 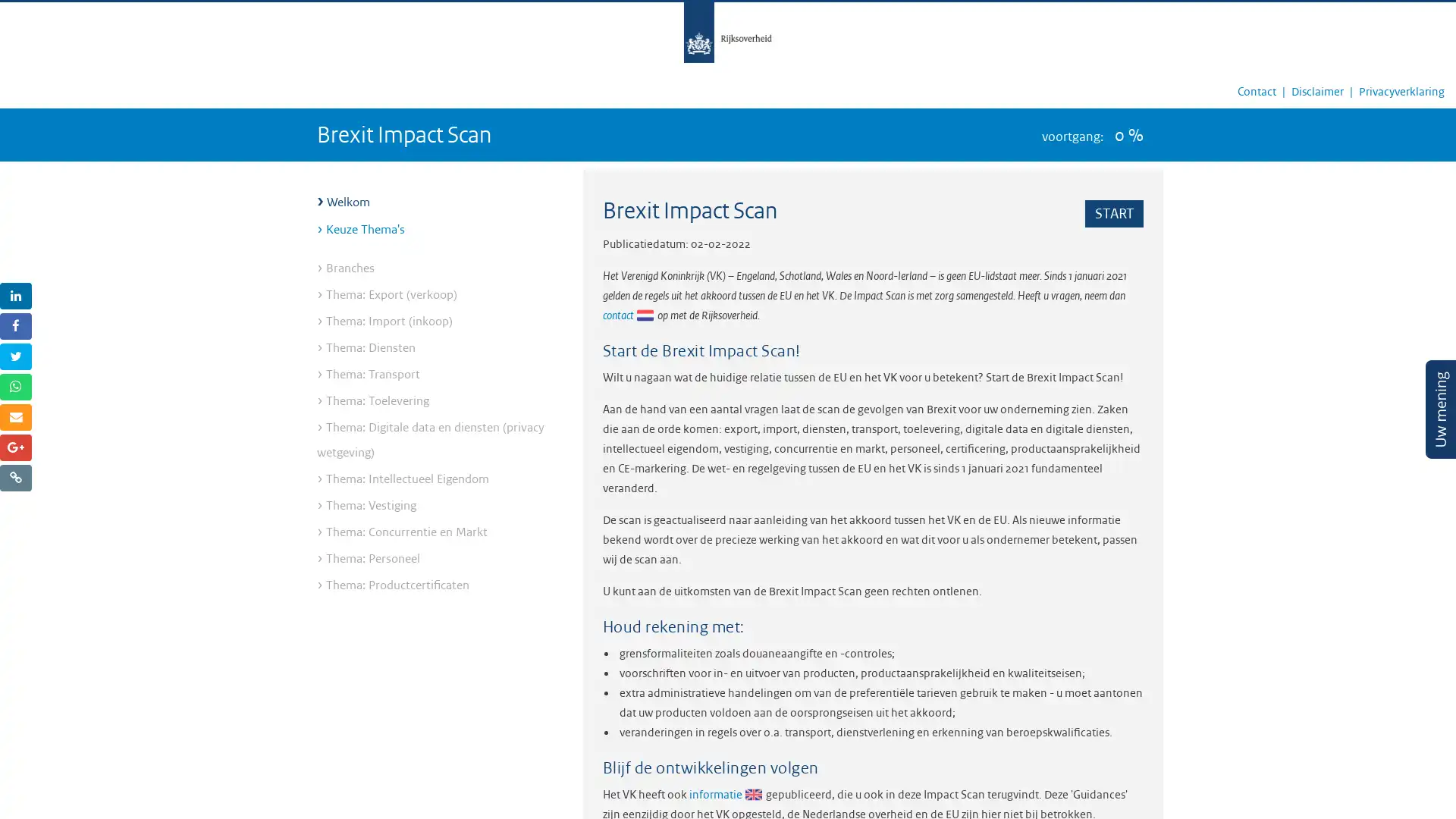 I want to click on Thema: Import (inkoop), so click(x=436, y=320).